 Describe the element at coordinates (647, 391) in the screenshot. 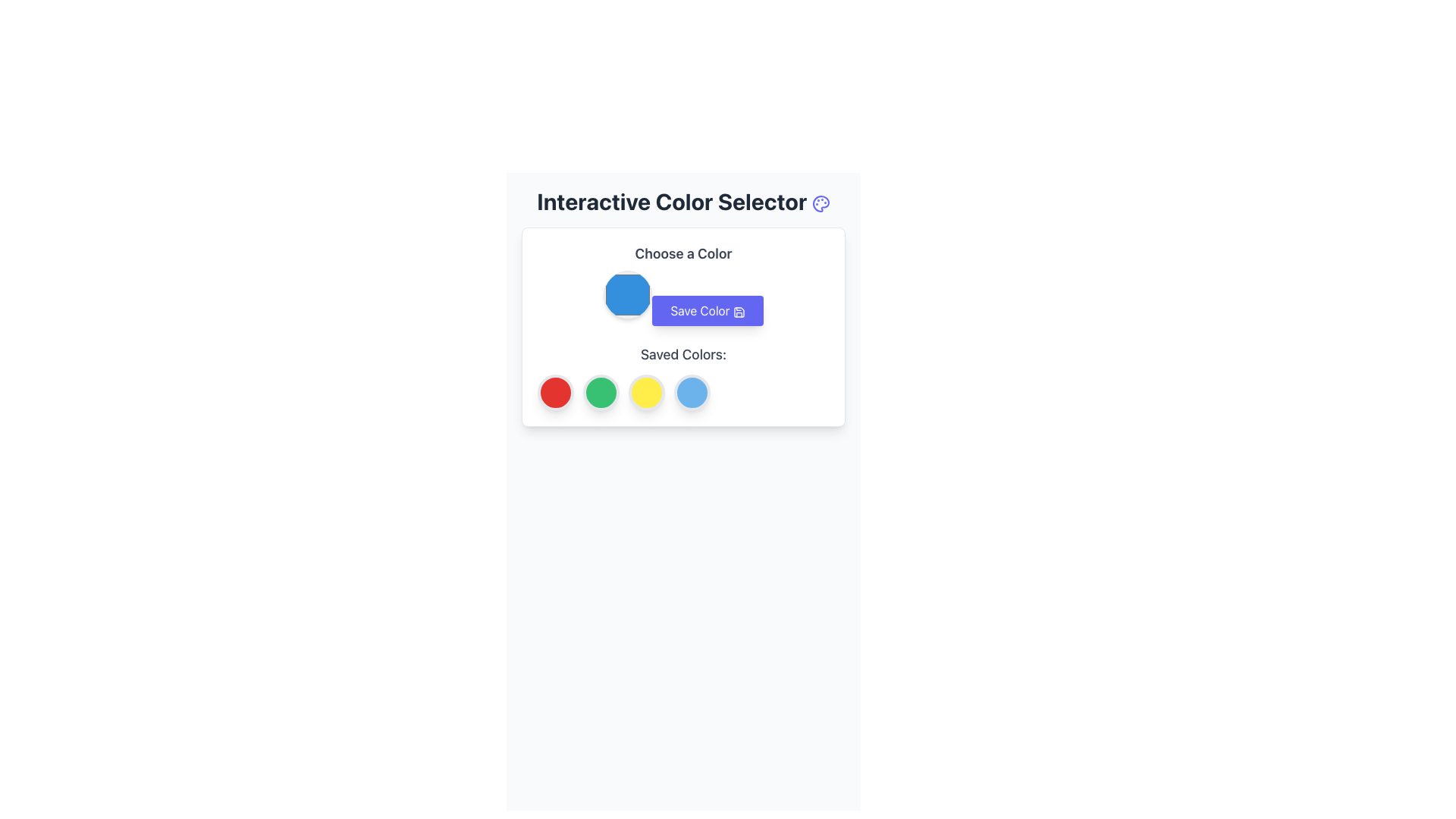

I see `the third selectable color indicator representing yellow in the 'Saved Colors:' section of the interface` at that location.